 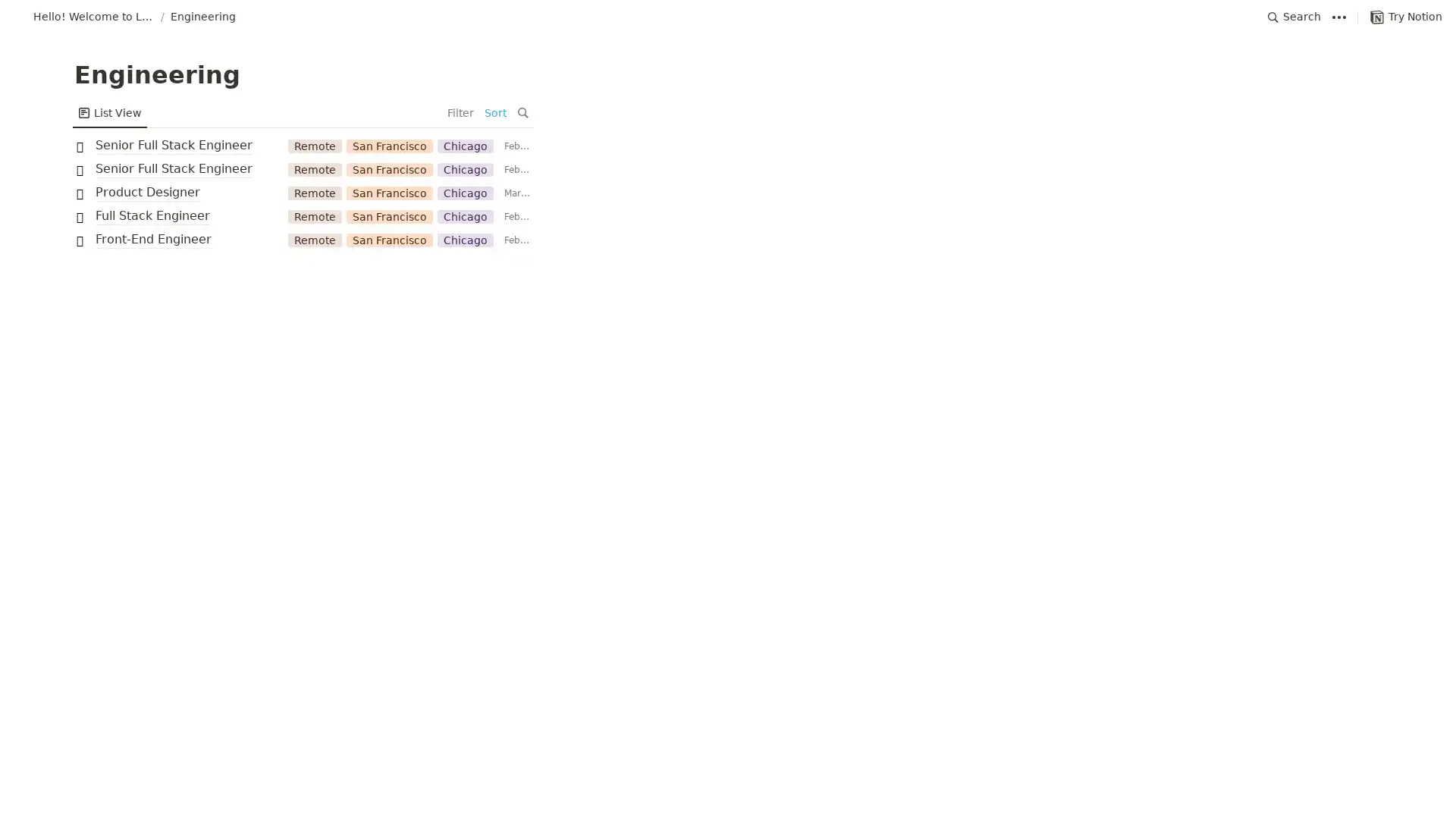 What do you see at coordinates (728, 169) in the screenshot?
I see `Senior Full Stack Engineer Remote San Francisco Chicago February 26, 2022 3:01 PM` at bounding box center [728, 169].